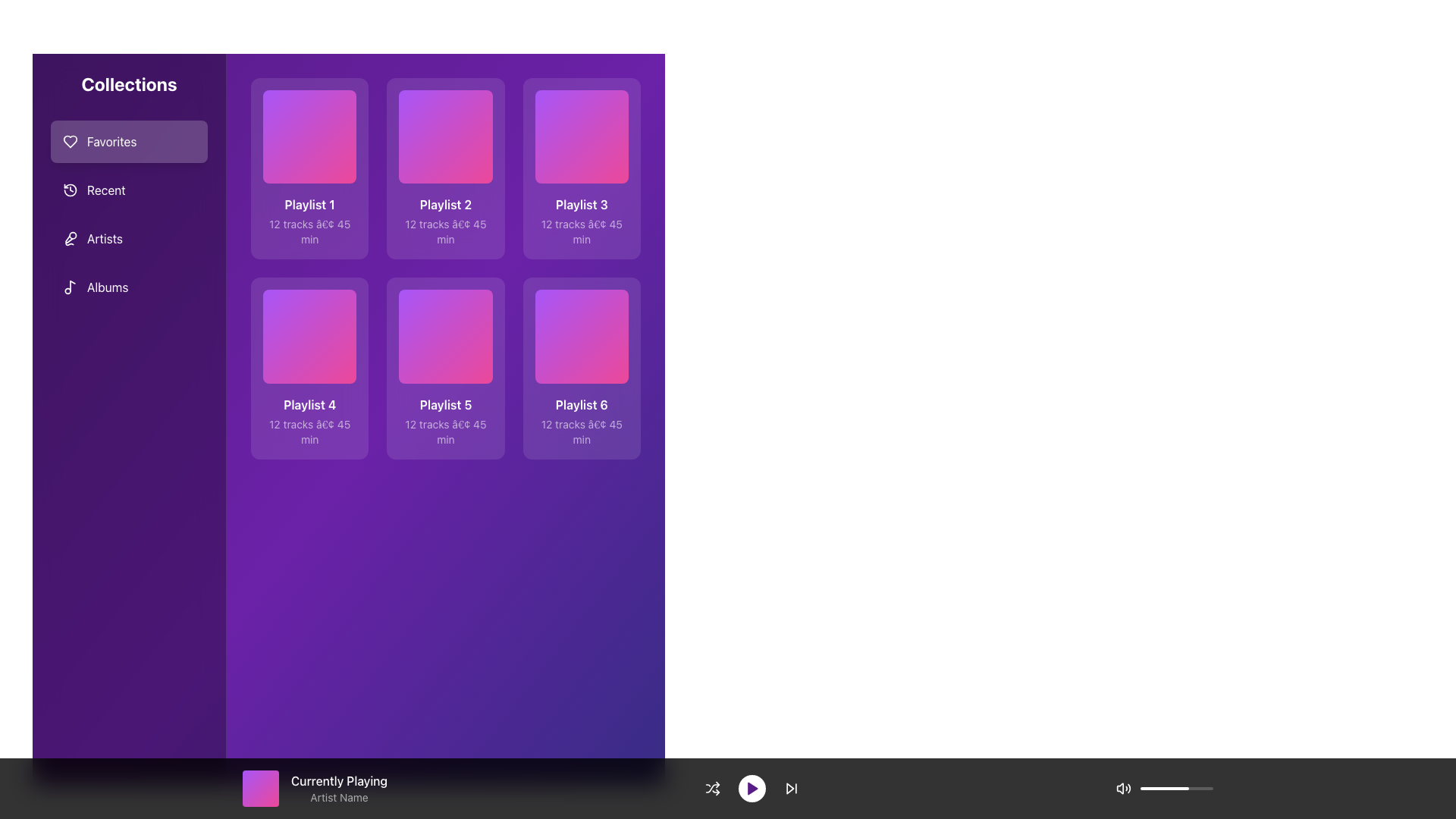  I want to click on the navigation button located as the fourth item in the vertical list on the left-hand side of the interface, so click(129, 287).